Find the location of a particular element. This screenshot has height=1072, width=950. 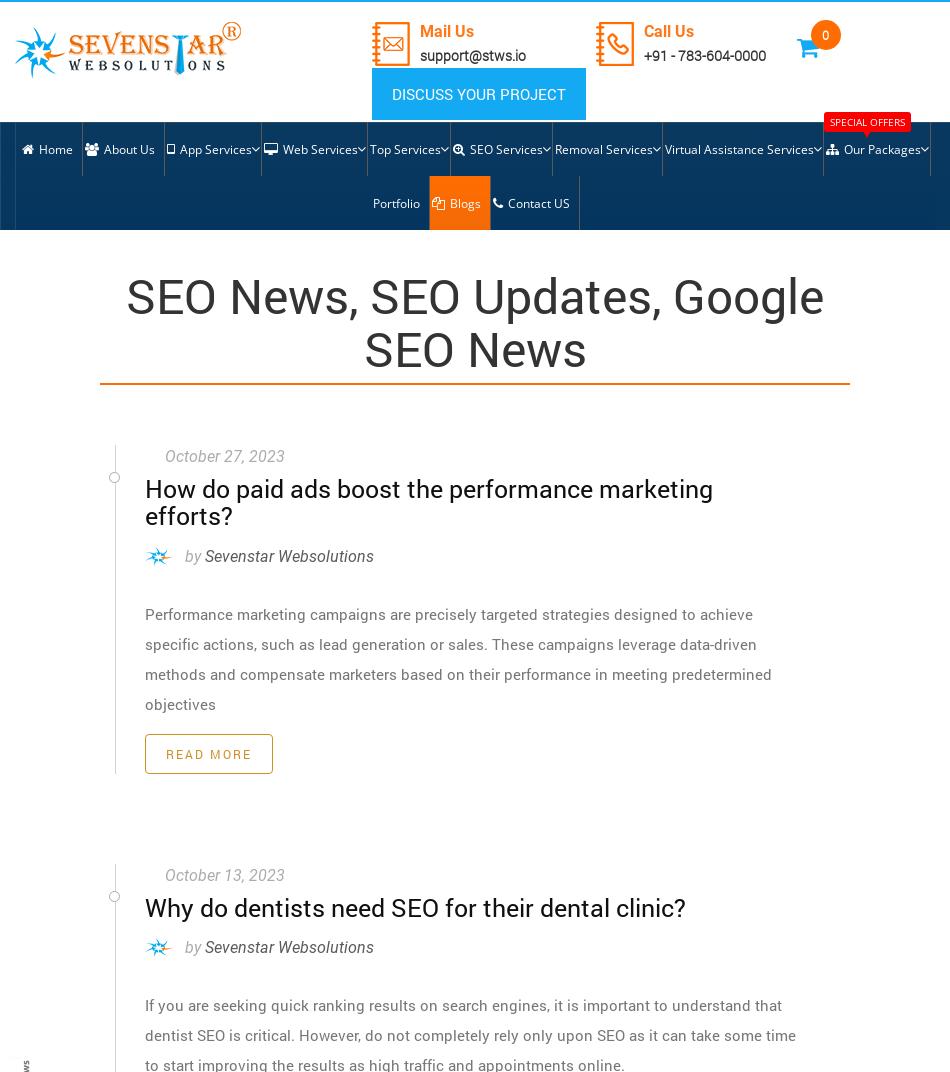

'0' is located at coordinates (824, 33).